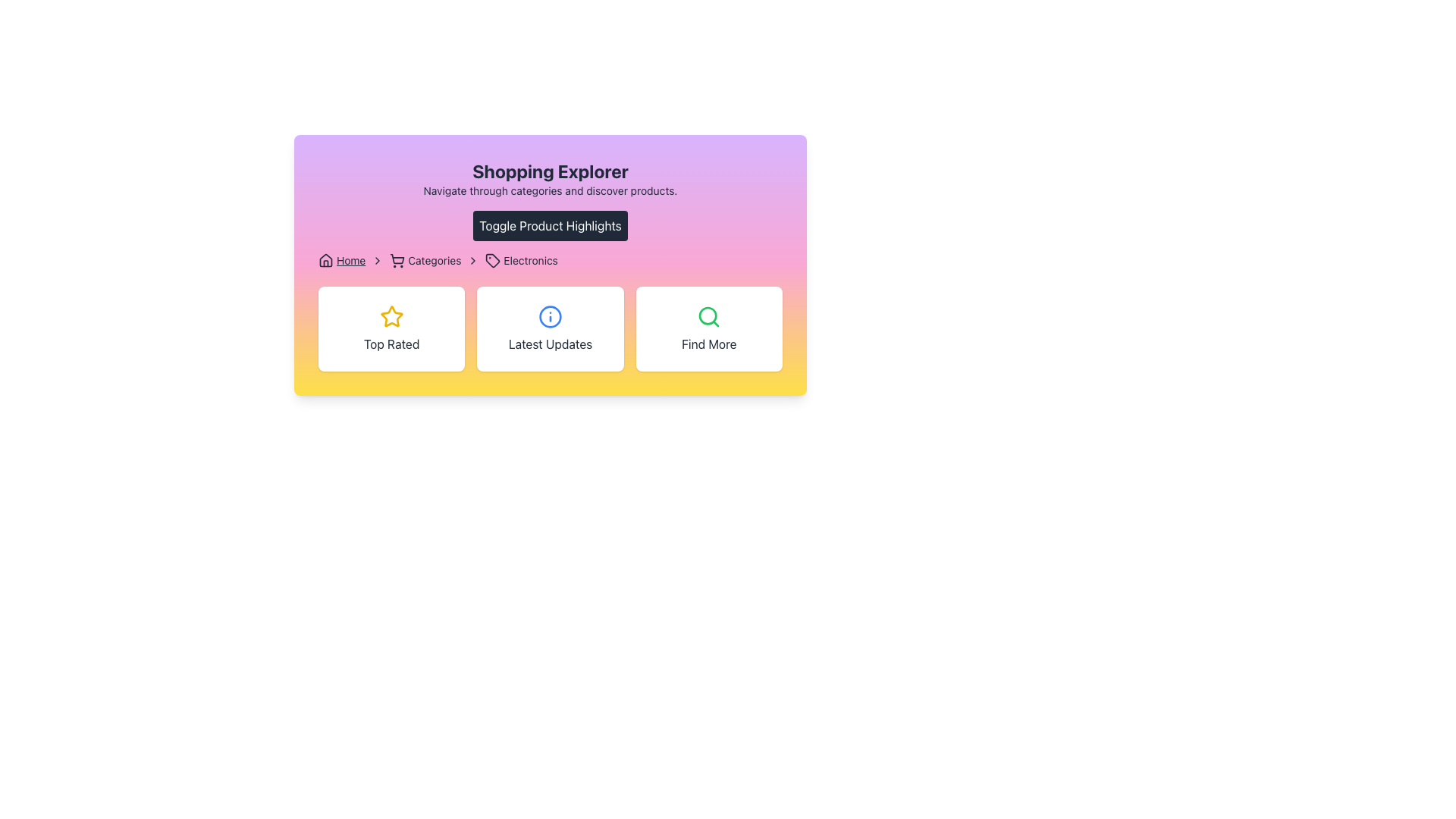 The image size is (1456, 819). What do you see at coordinates (391, 315) in the screenshot?
I see `the star-shaped icon with a yellow outline, located at the center of the 'Top Rated' card in the second row, slightly above the text 'Top Rated'` at bounding box center [391, 315].